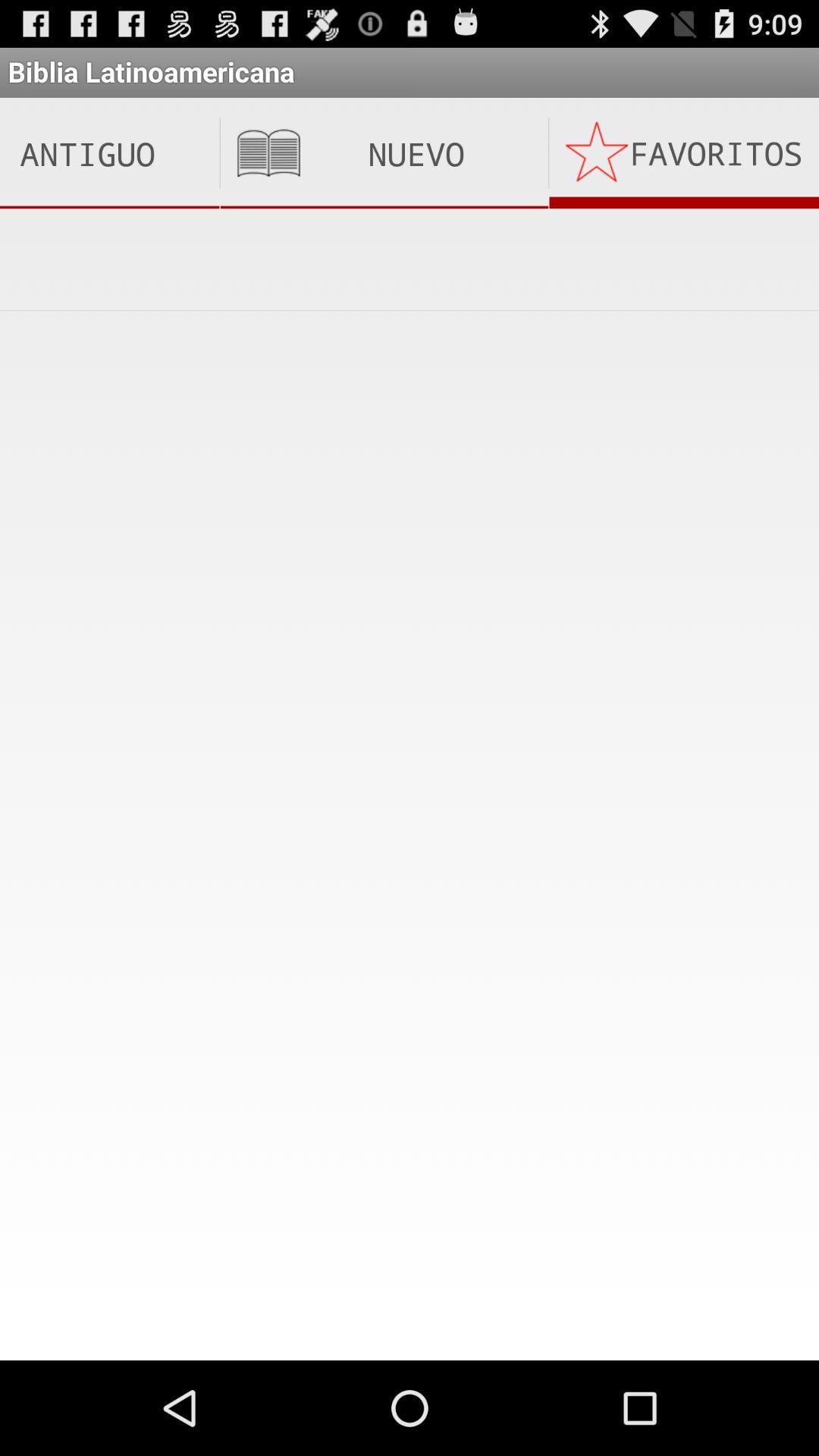  I want to click on the icon next to nuevo testamento, so click(108, 153).